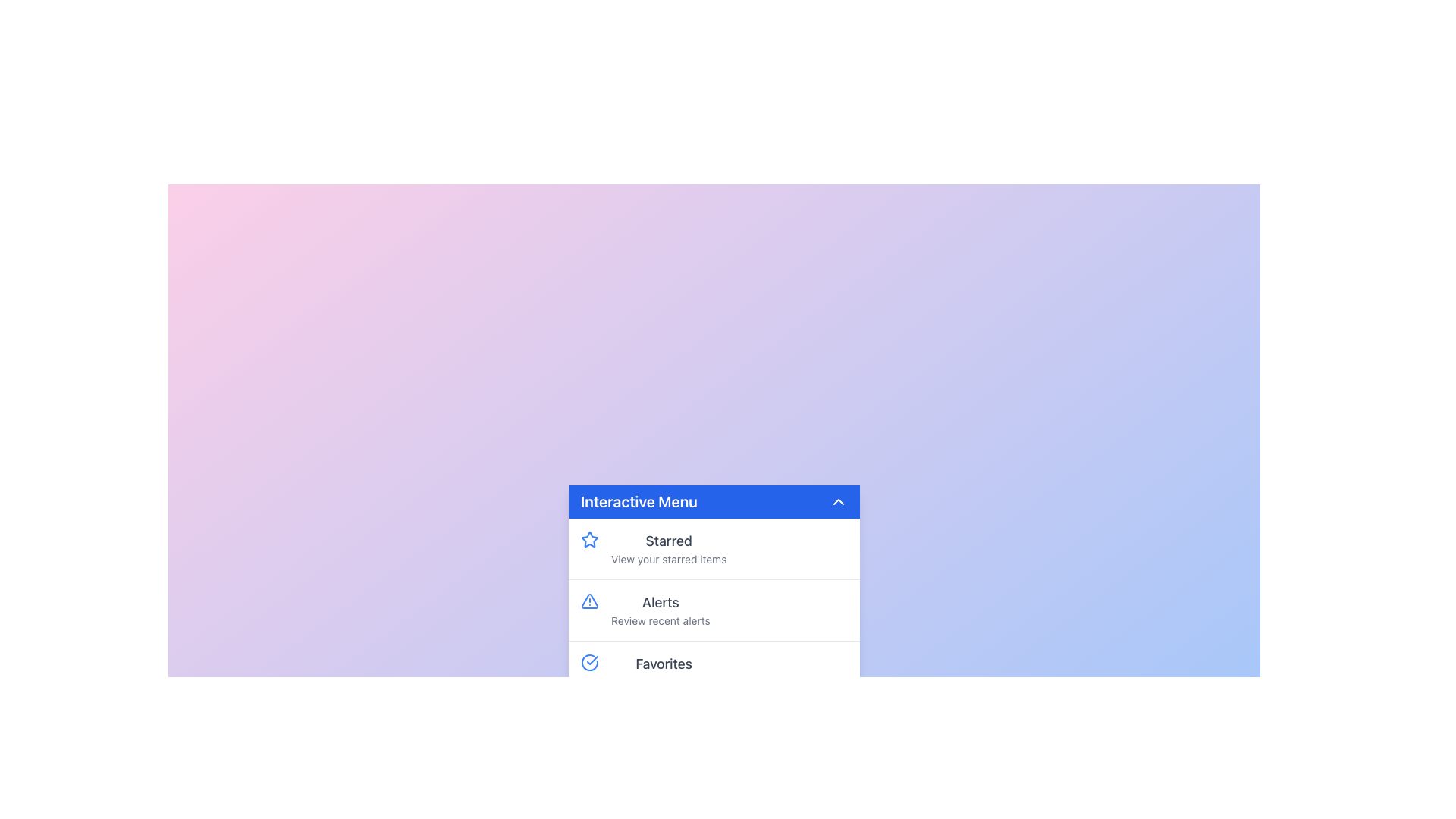 This screenshot has width=1456, height=819. I want to click on the text label displaying 'Review recent alerts' located beneath the 'Alerts' heading in the menu interface, so click(661, 620).